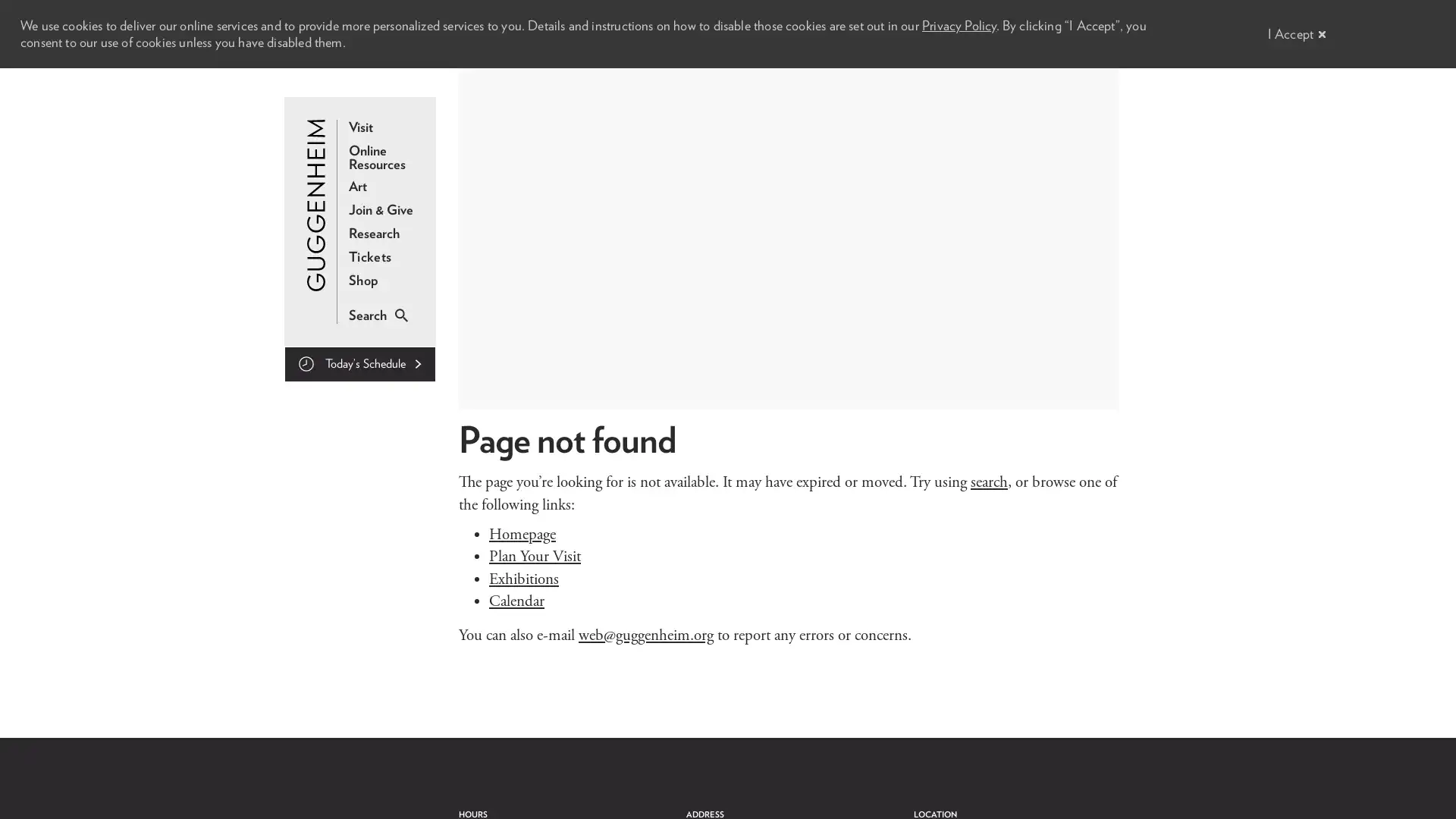 The height and width of the screenshot is (819, 1456). What do you see at coordinates (381, 210) in the screenshot?
I see `Launch Join & Give Submenu Modal` at bounding box center [381, 210].